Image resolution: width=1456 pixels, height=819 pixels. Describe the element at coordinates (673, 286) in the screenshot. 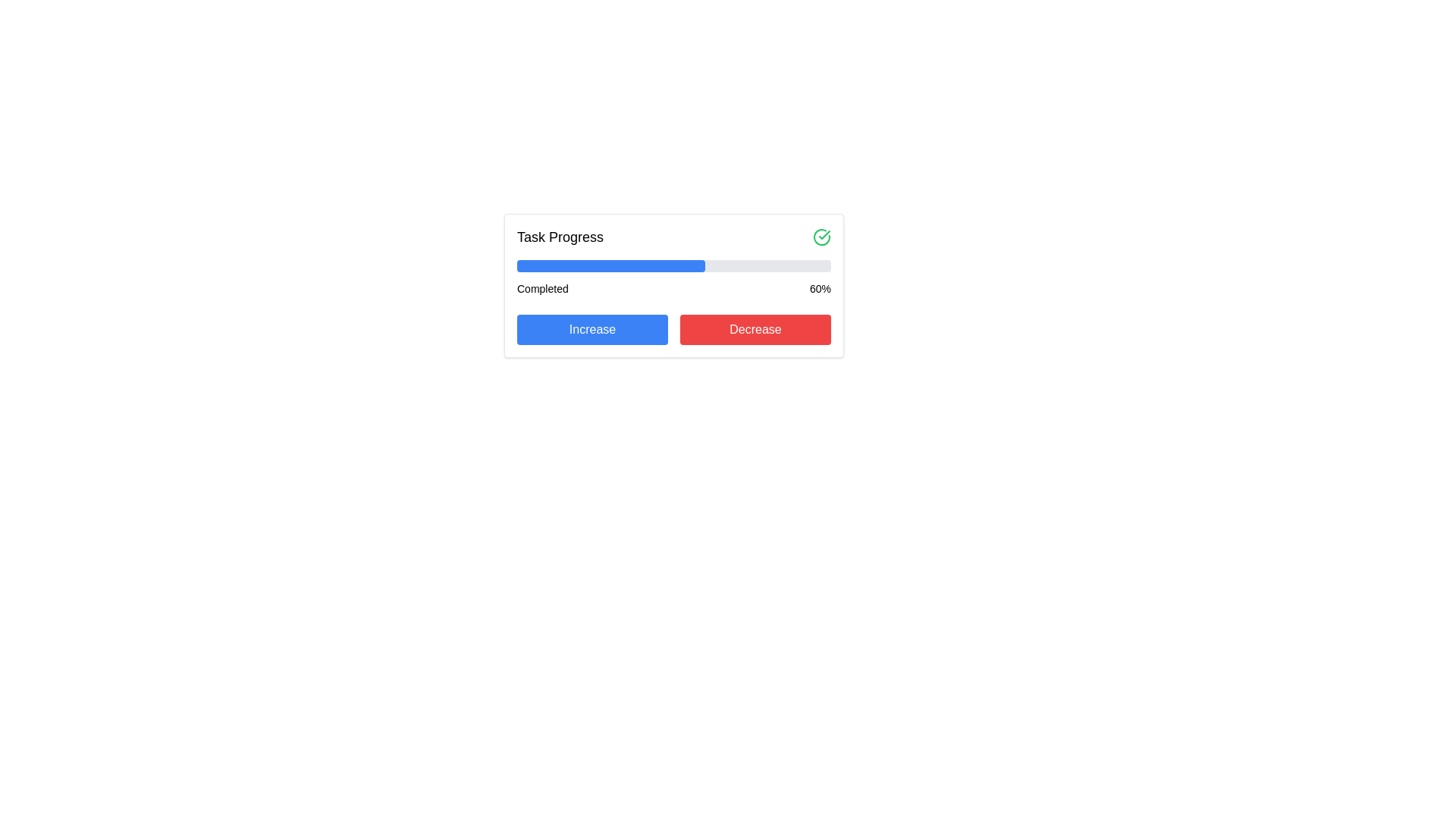

I see `the progress bar of the 'Task Progress' card component` at that location.